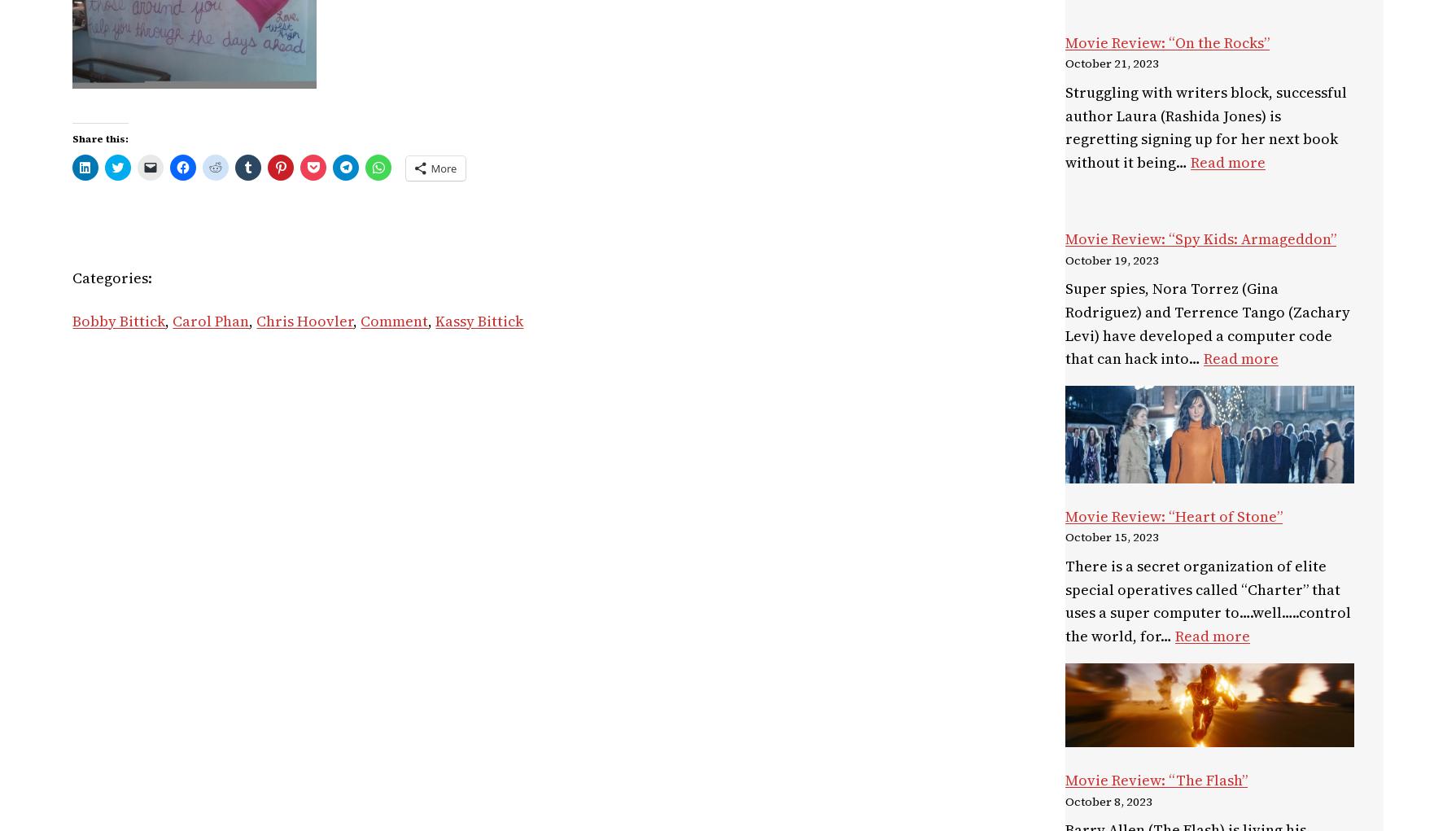  I want to click on 'October 15, 2023', so click(1112, 536).